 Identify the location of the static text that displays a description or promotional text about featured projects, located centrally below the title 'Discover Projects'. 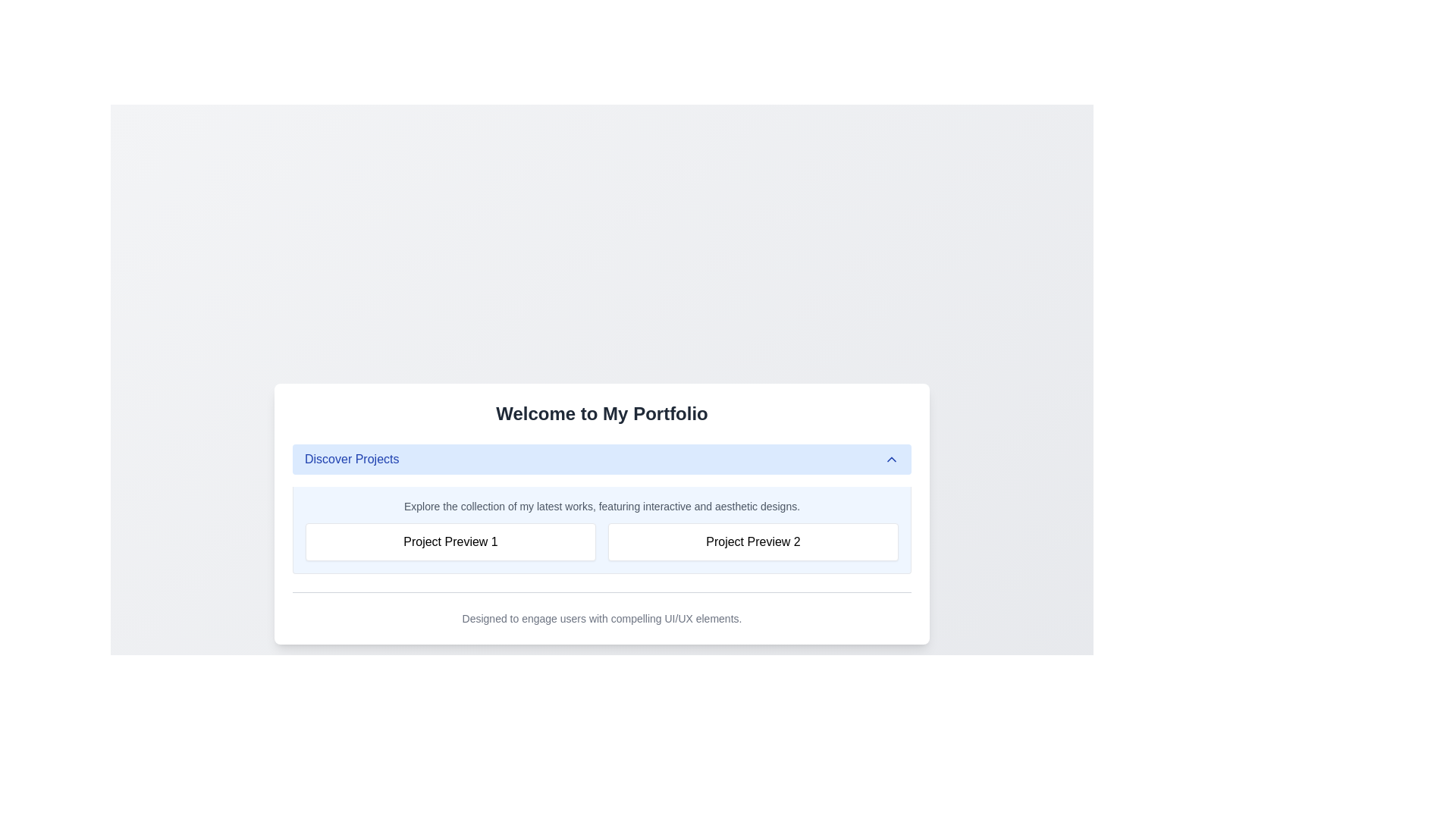
(601, 506).